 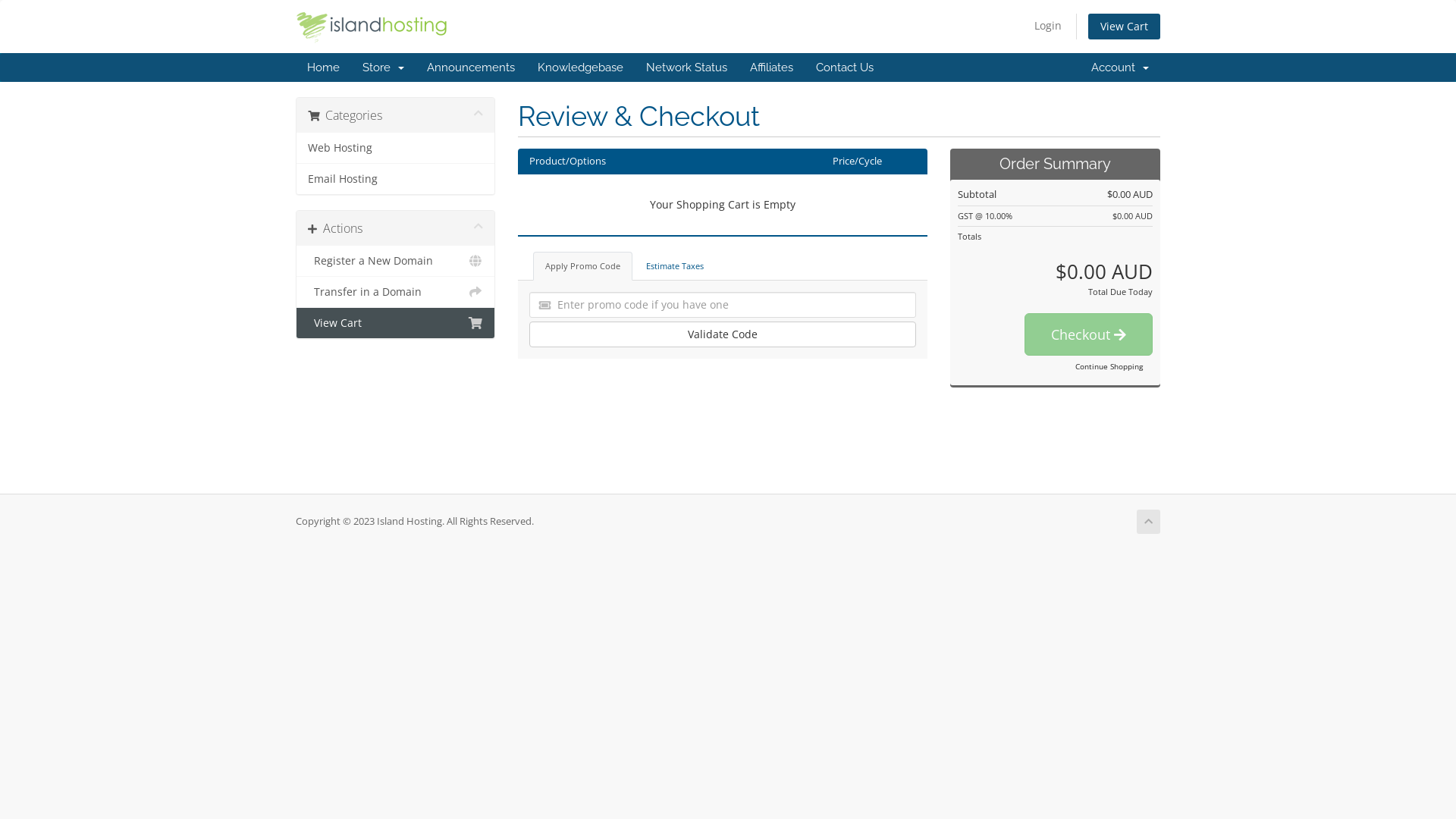 What do you see at coordinates (395, 148) in the screenshot?
I see `'Web Hosting'` at bounding box center [395, 148].